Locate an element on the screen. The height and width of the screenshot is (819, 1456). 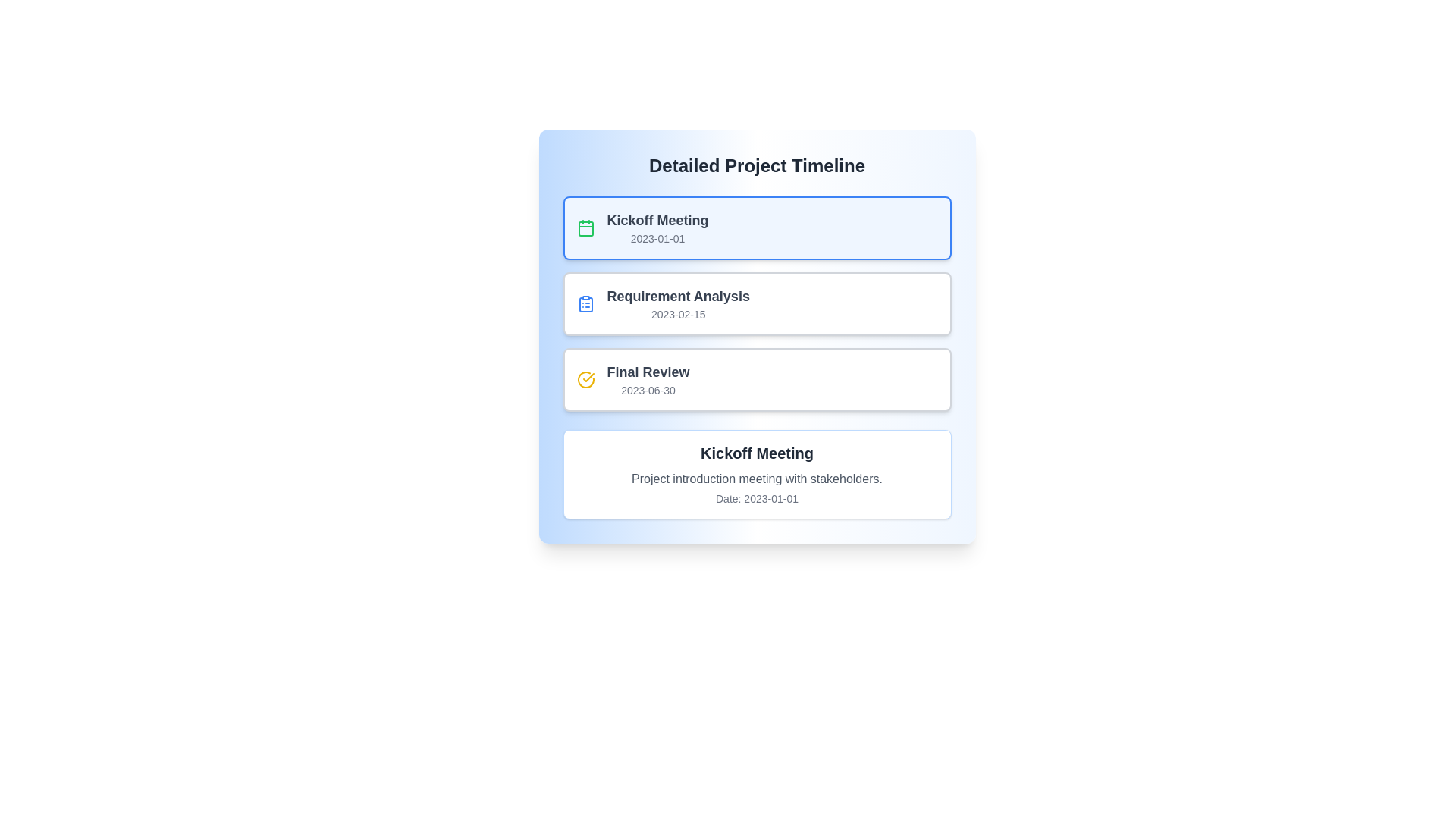
descriptive text element providing details about the 'Kickoff Meeting' event, positioned between the header 'Kickoff Meeting' and the date 'Date: 2023-01-01' is located at coordinates (757, 479).